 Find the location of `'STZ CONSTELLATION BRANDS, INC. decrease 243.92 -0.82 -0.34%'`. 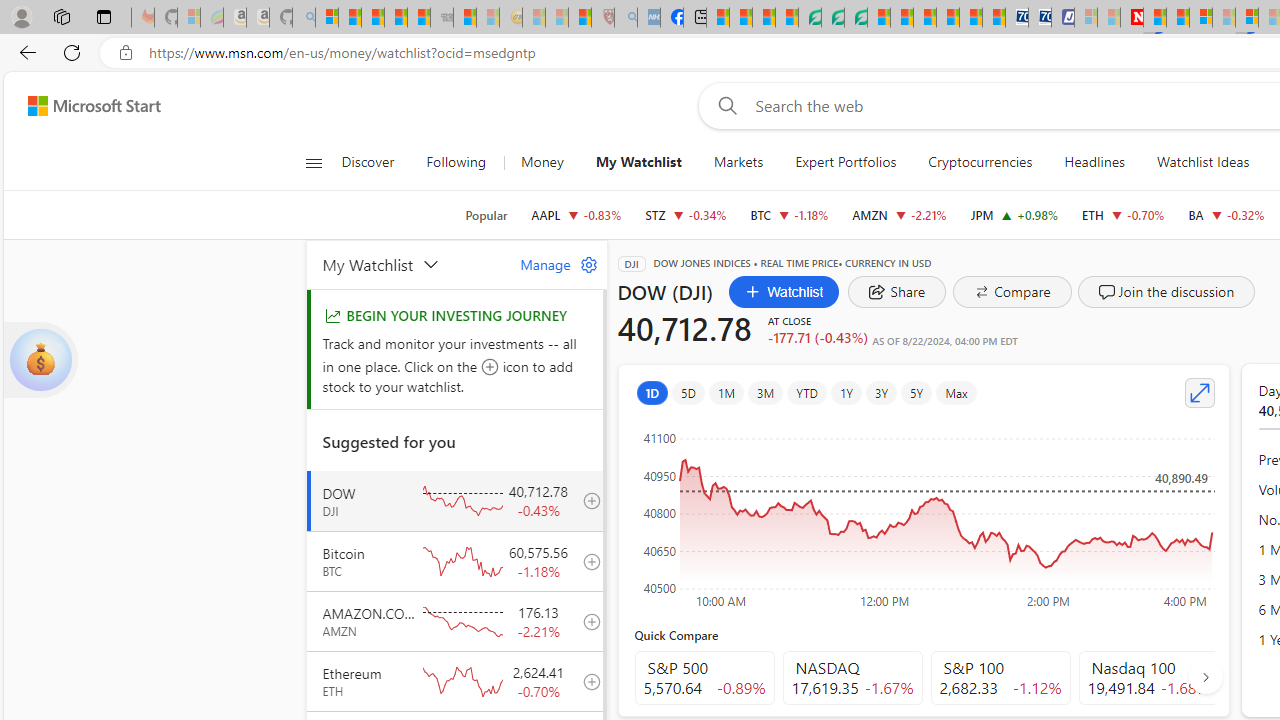

'STZ CONSTELLATION BRANDS, INC. decrease 243.92 -0.82 -0.34%' is located at coordinates (686, 214).